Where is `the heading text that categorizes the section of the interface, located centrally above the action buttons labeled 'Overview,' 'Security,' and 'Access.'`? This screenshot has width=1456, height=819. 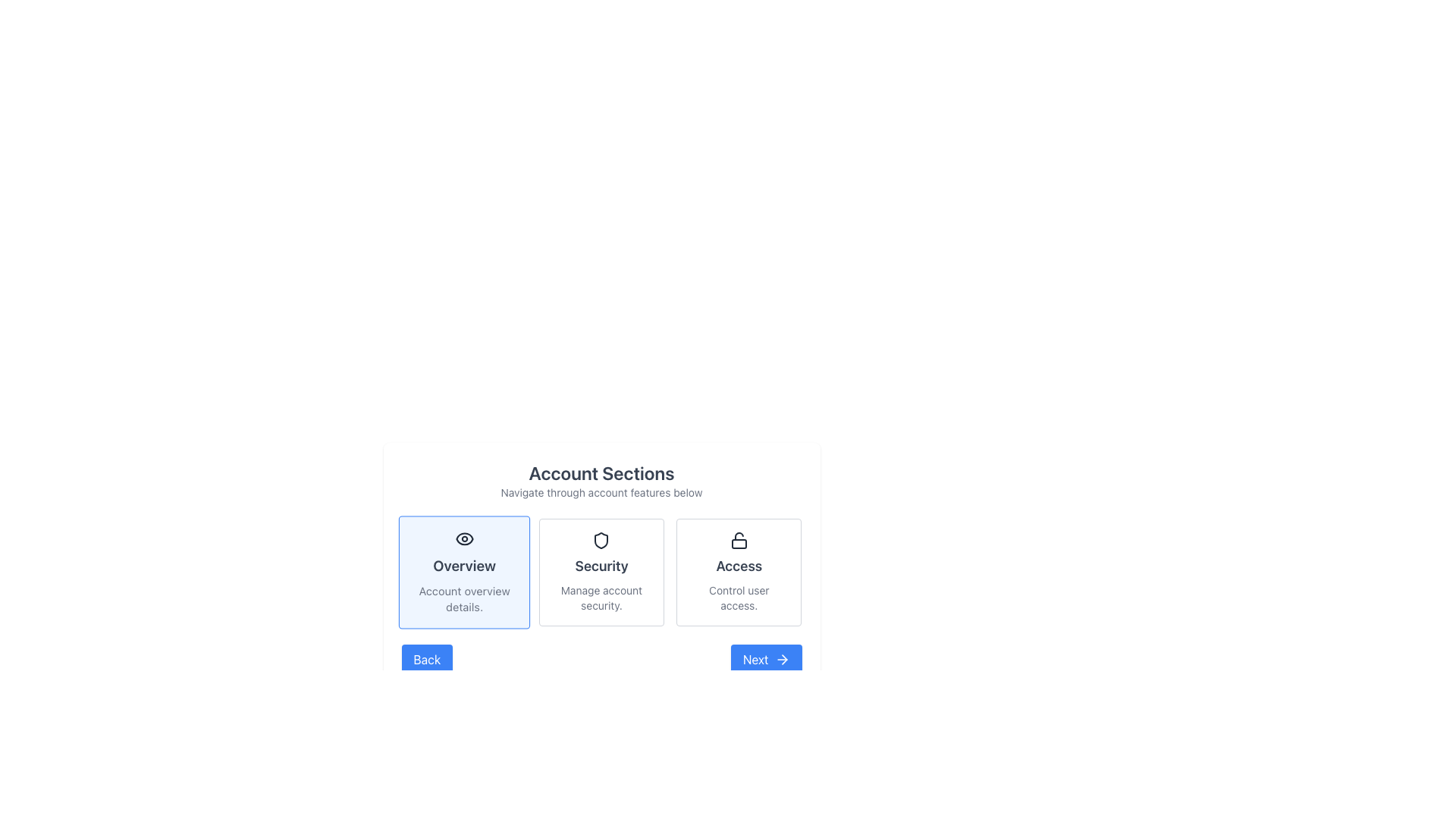
the heading text that categorizes the section of the interface, located centrally above the action buttons labeled 'Overview,' 'Security,' and 'Access.' is located at coordinates (601, 472).